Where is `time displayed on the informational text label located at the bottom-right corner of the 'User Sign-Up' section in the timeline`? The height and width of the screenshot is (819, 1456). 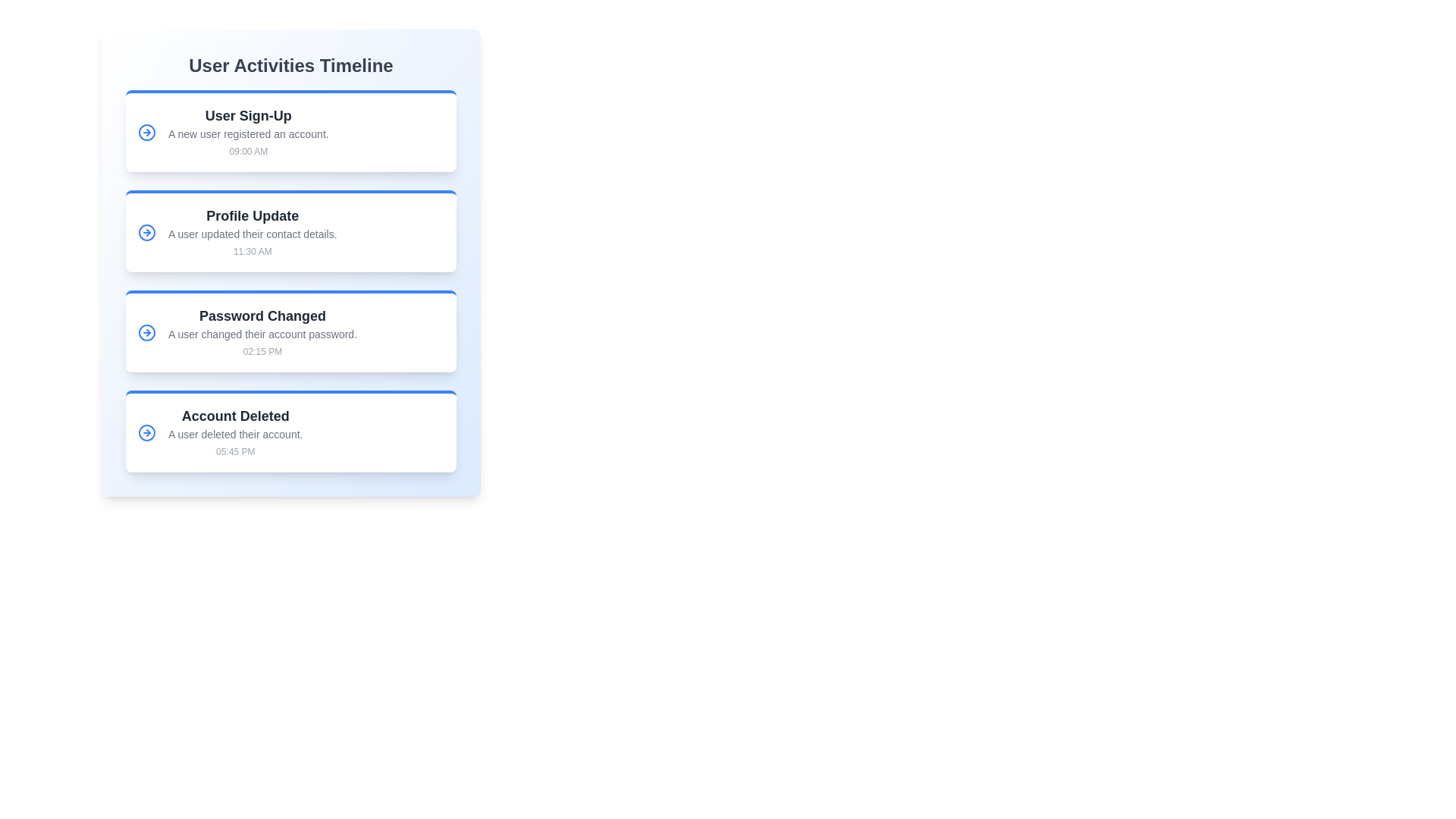
time displayed on the informational text label located at the bottom-right corner of the 'User Sign-Up' section in the timeline is located at coordinates (248, 152).